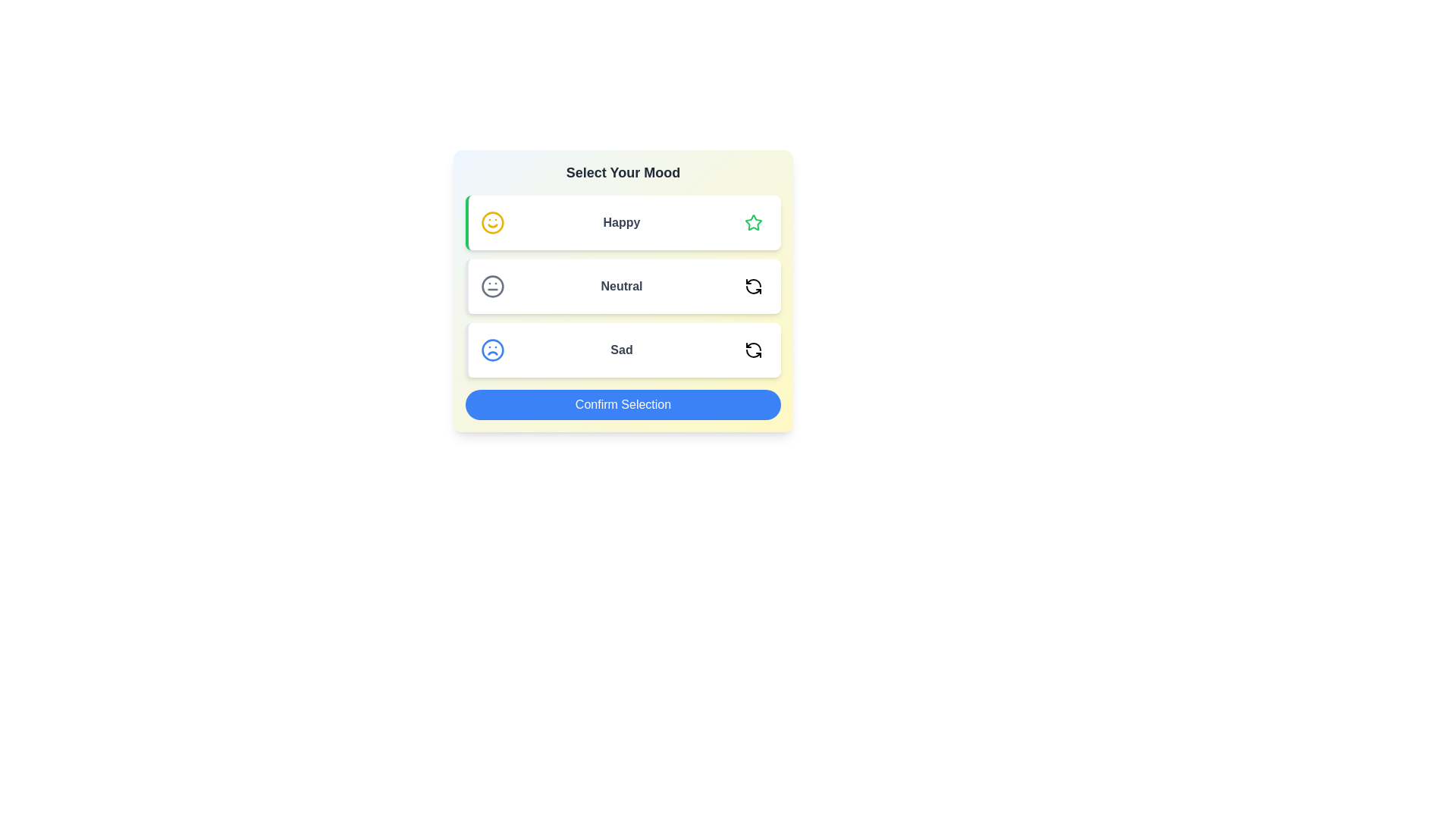 Image resolution: width=1456 pixels, height=819 pixels. I want to click on 'Confirm Selection' button to finalize the choices, so click(623, 403).